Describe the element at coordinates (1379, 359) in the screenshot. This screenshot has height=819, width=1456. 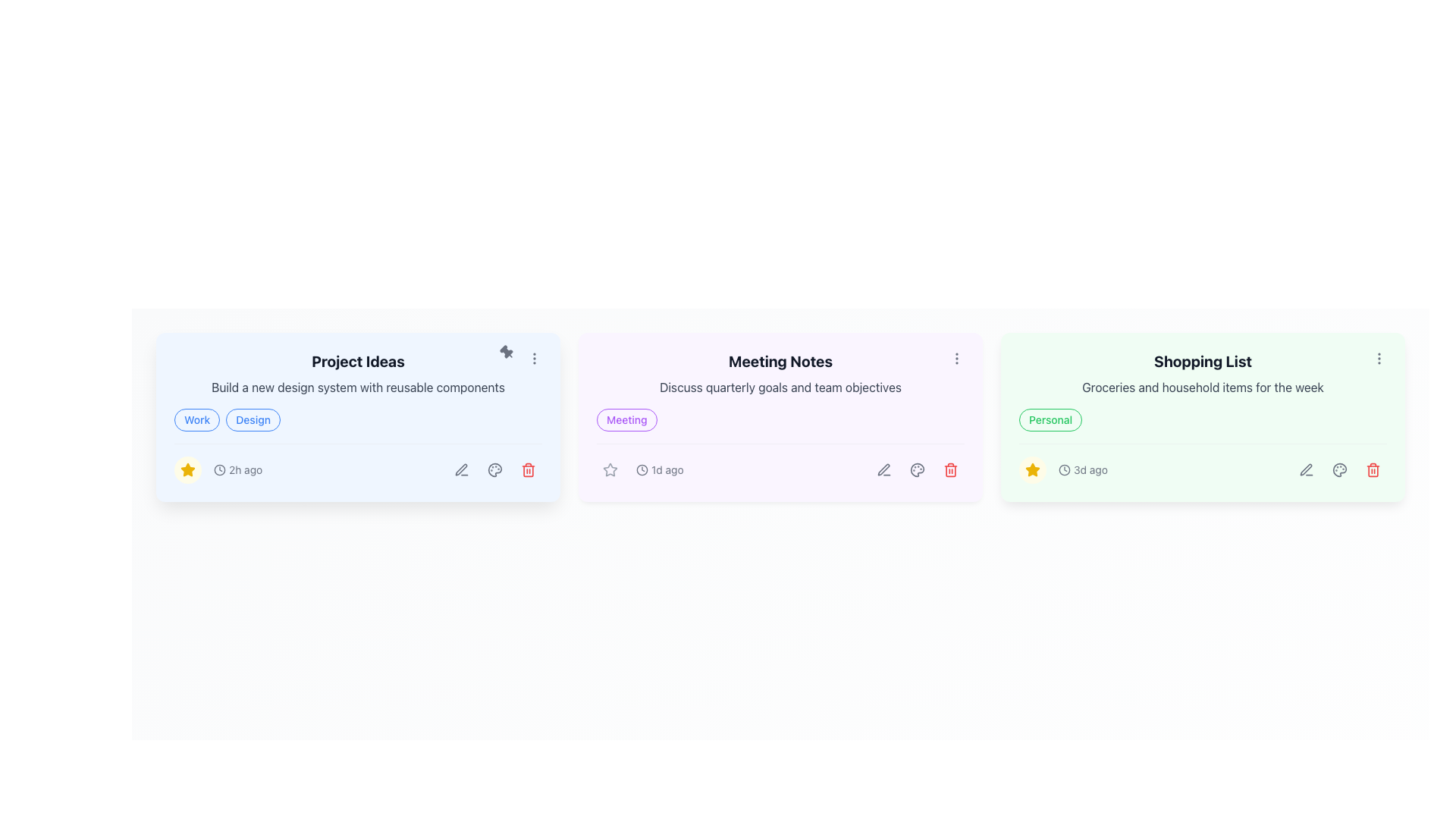
I see `the ellipsis menu icon button located in the top-right corner of the green 'Shopping List' card` at that location.